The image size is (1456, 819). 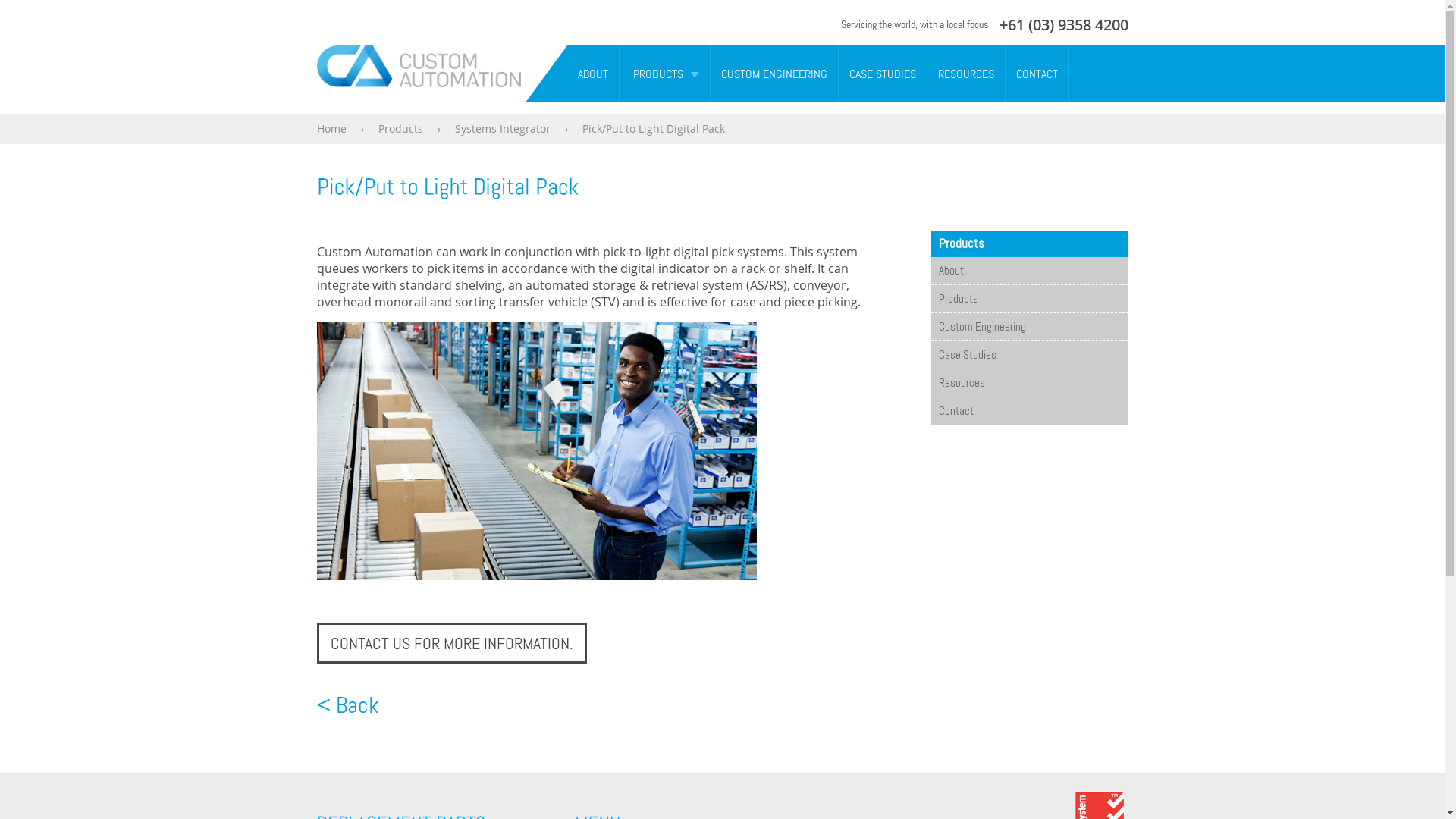 I want to click on '+61 (03) 9358 4200', so click(x=1062, y=24).